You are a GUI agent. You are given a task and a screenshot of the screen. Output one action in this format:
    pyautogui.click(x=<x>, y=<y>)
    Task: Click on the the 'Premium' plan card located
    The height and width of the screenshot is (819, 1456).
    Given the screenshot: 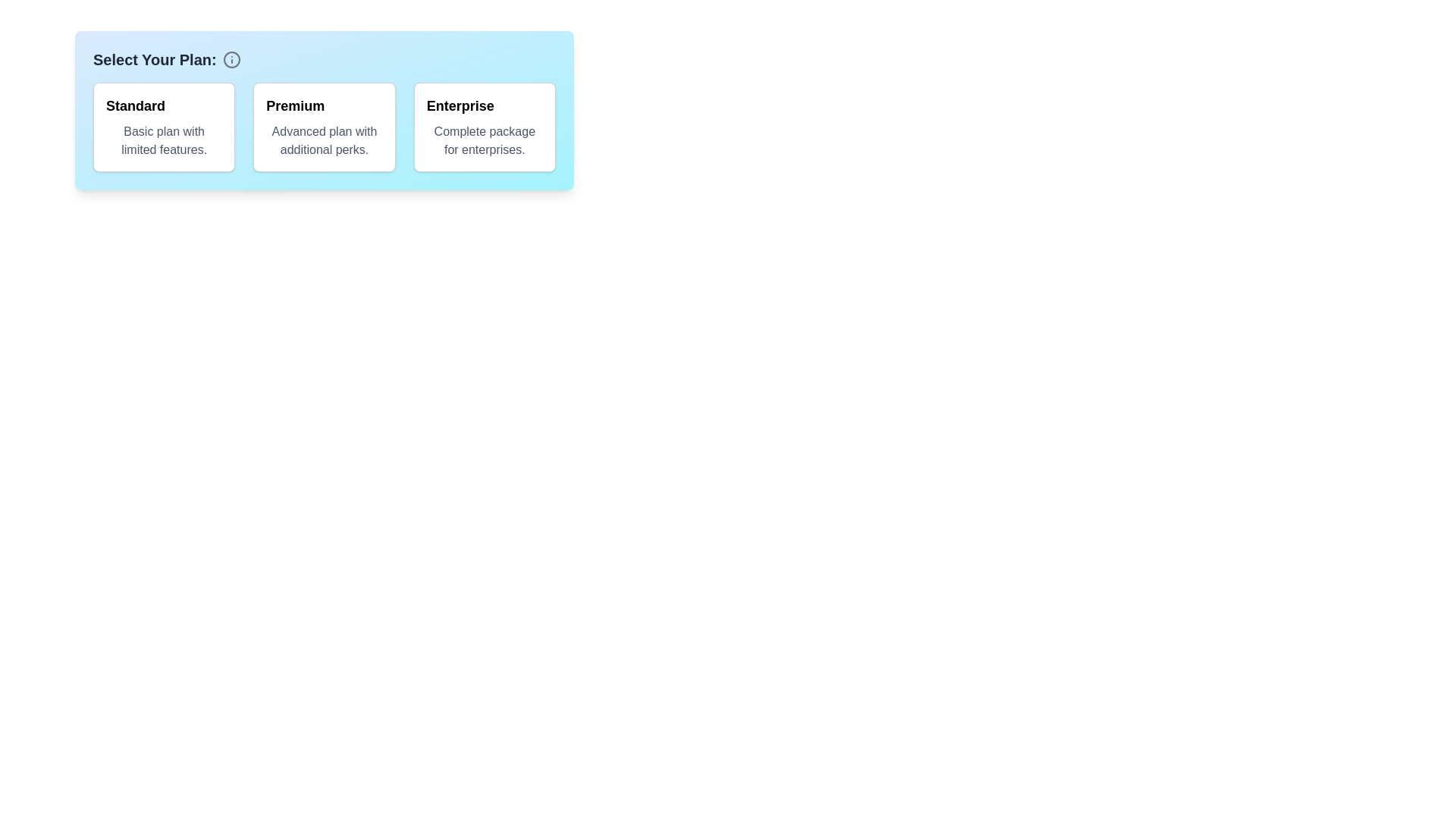 What is the action you would take?
    pyautogui.click(x=323, y=127)
    